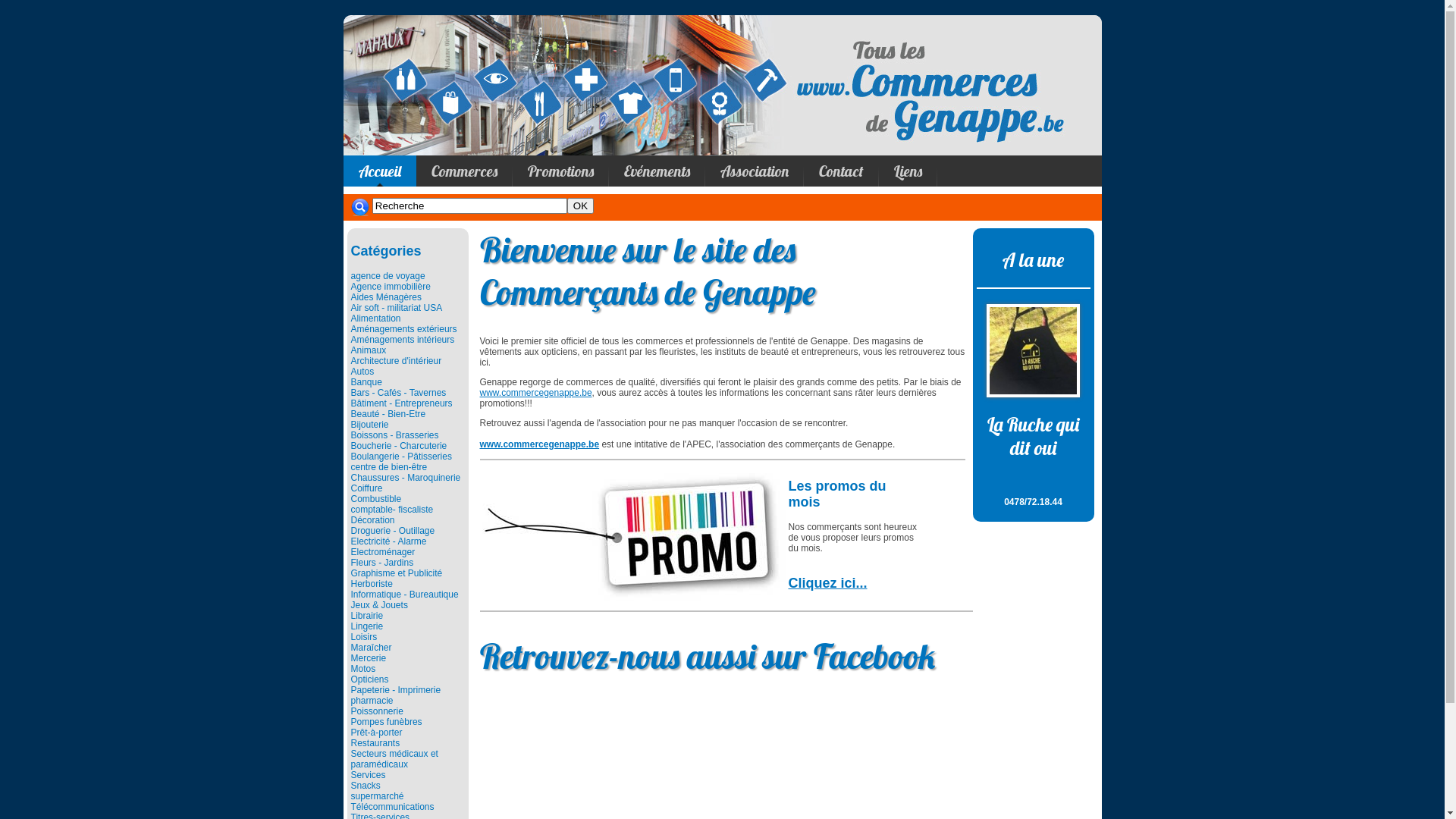 The image size is (1456, 819). Describe the element at coordinates (579, 206) in the screenshot. I see `'OK'` at that location.